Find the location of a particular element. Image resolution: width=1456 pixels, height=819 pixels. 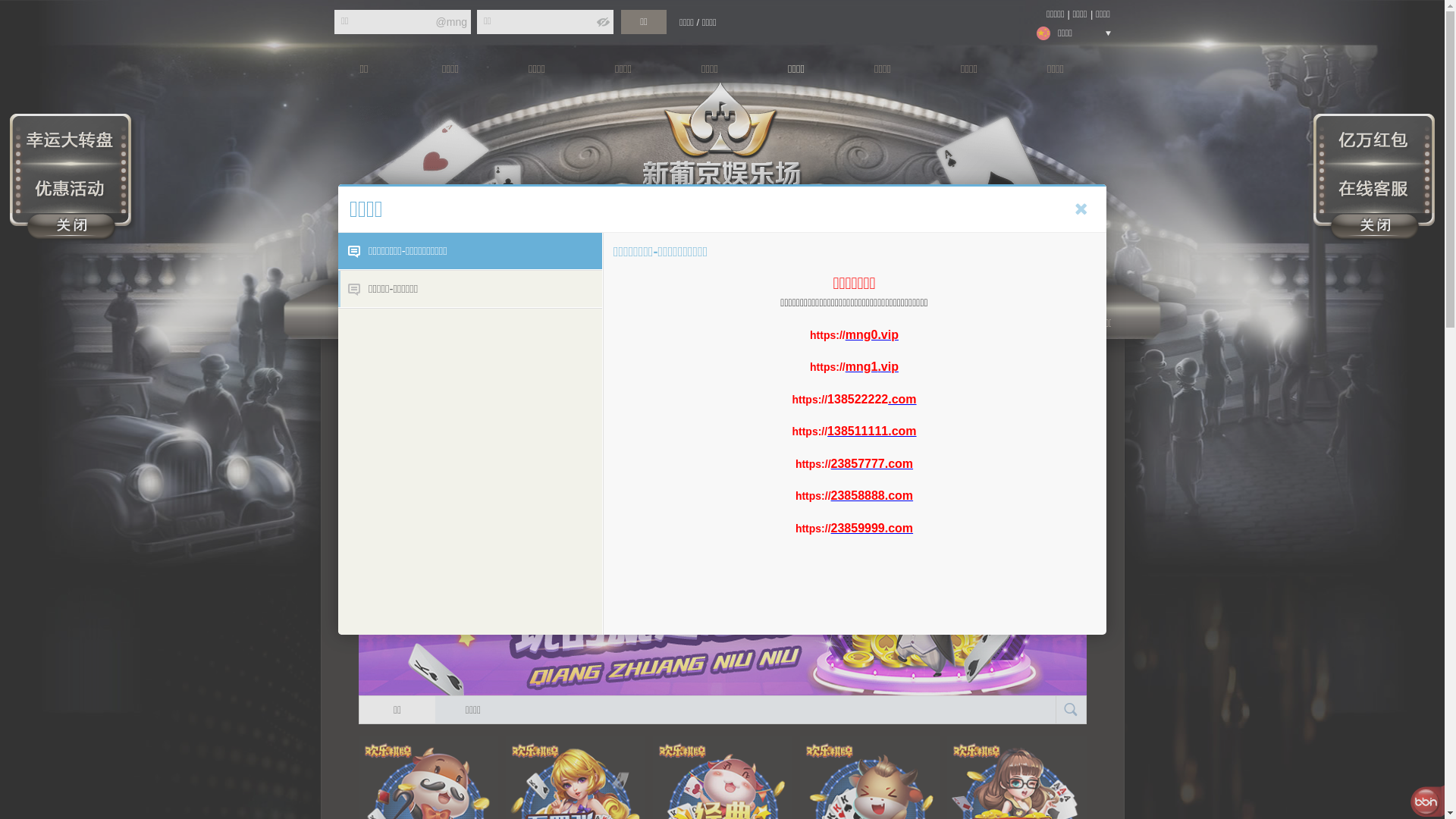

'23857777.com' is located at coordinates (872, 462).